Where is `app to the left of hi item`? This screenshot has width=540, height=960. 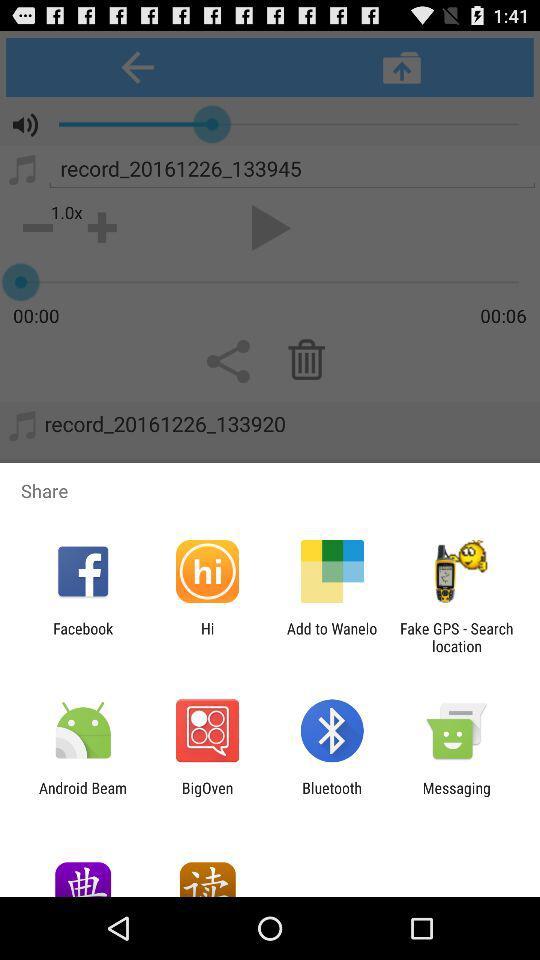 app to the left of hi item is located at coordinates (82, 636).